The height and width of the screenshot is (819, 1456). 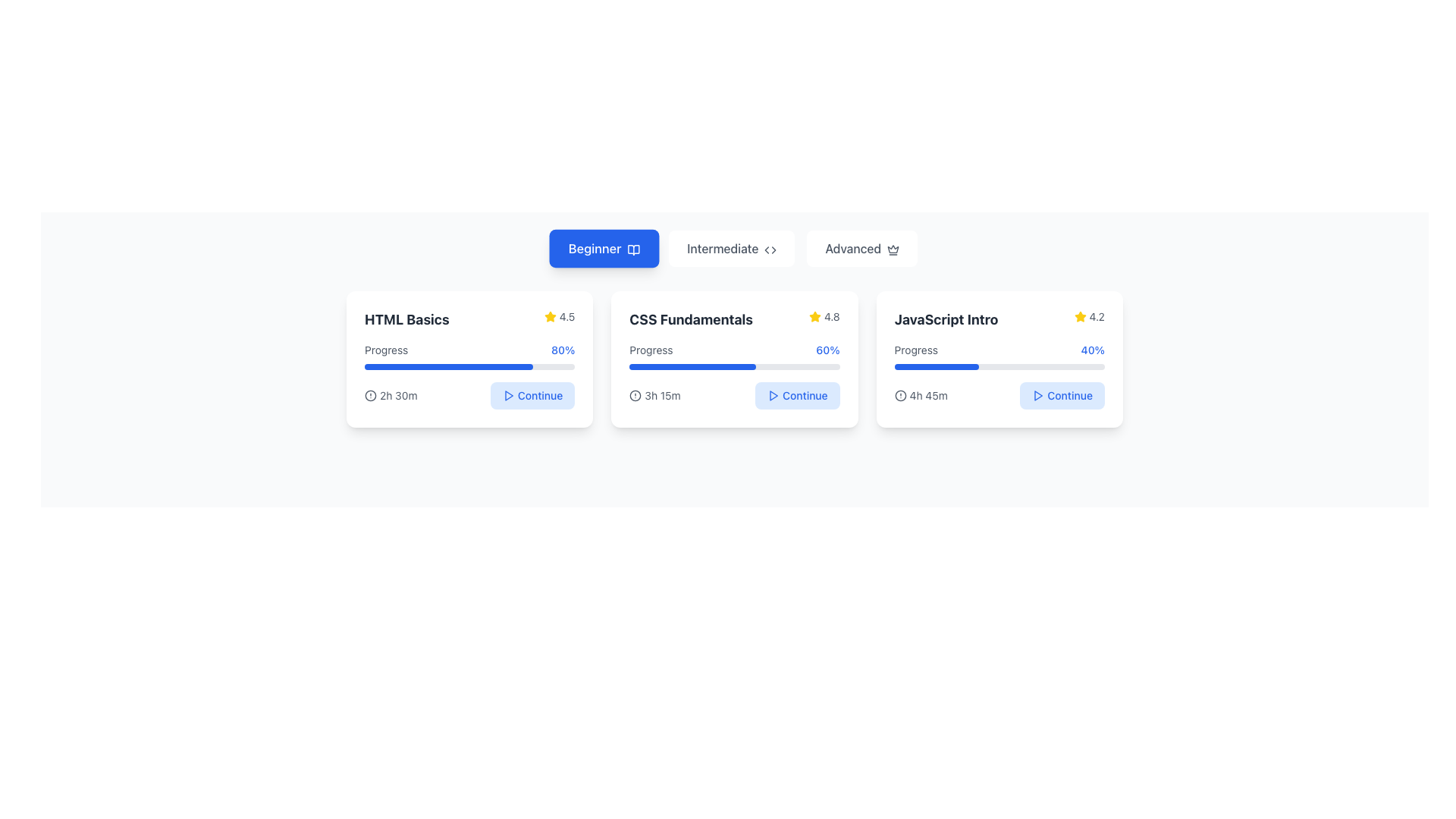 What do you see at coordinates (398, 394) in the screenshot?
I see `text from the 'Estimated Time' label for the 'HTML Basics' course, which is located on the far left of a row of course cards, directly to the right of the icon` at bounding box center [398, 394].